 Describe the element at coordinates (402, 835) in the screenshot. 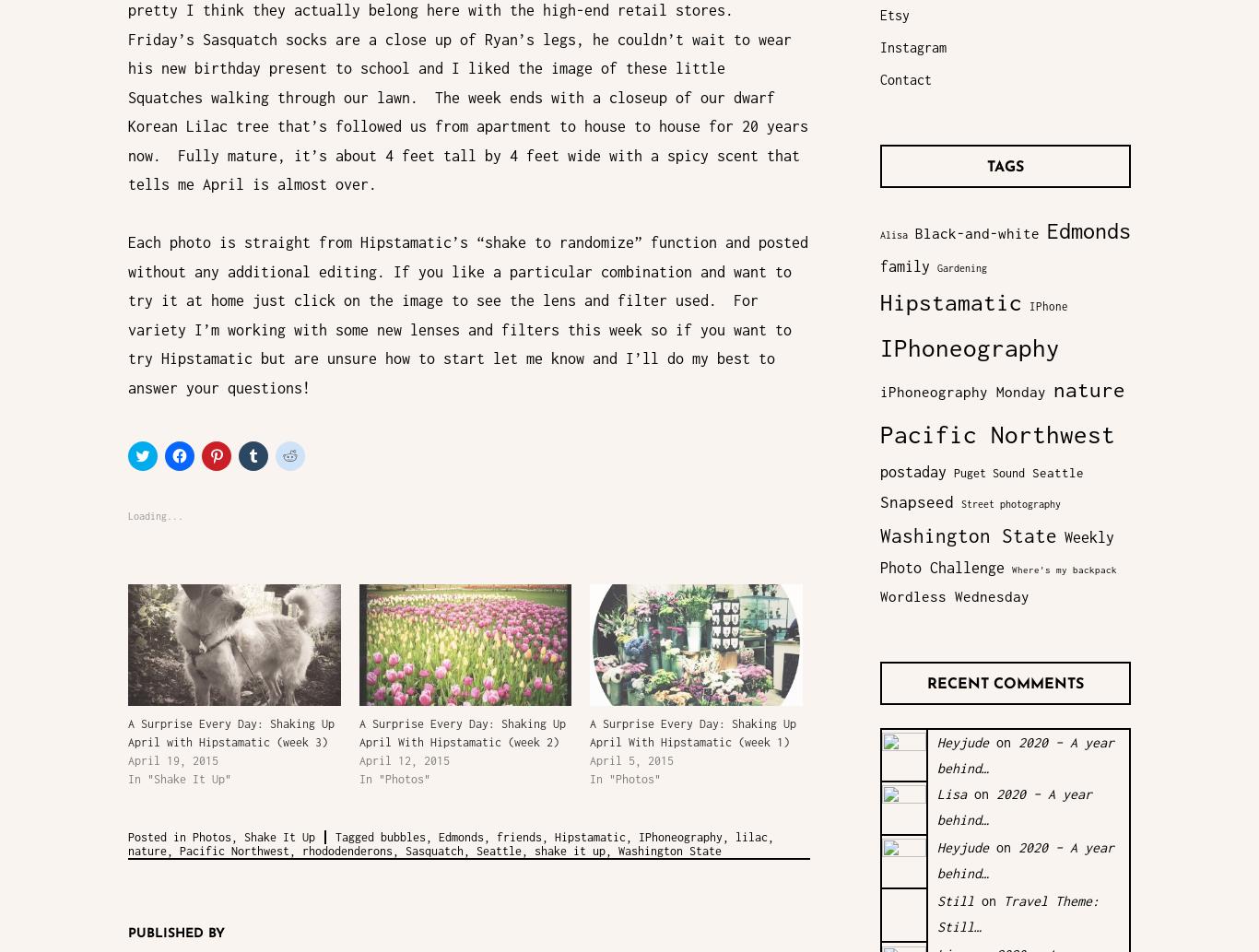

I see `'bubbles'` at that location.